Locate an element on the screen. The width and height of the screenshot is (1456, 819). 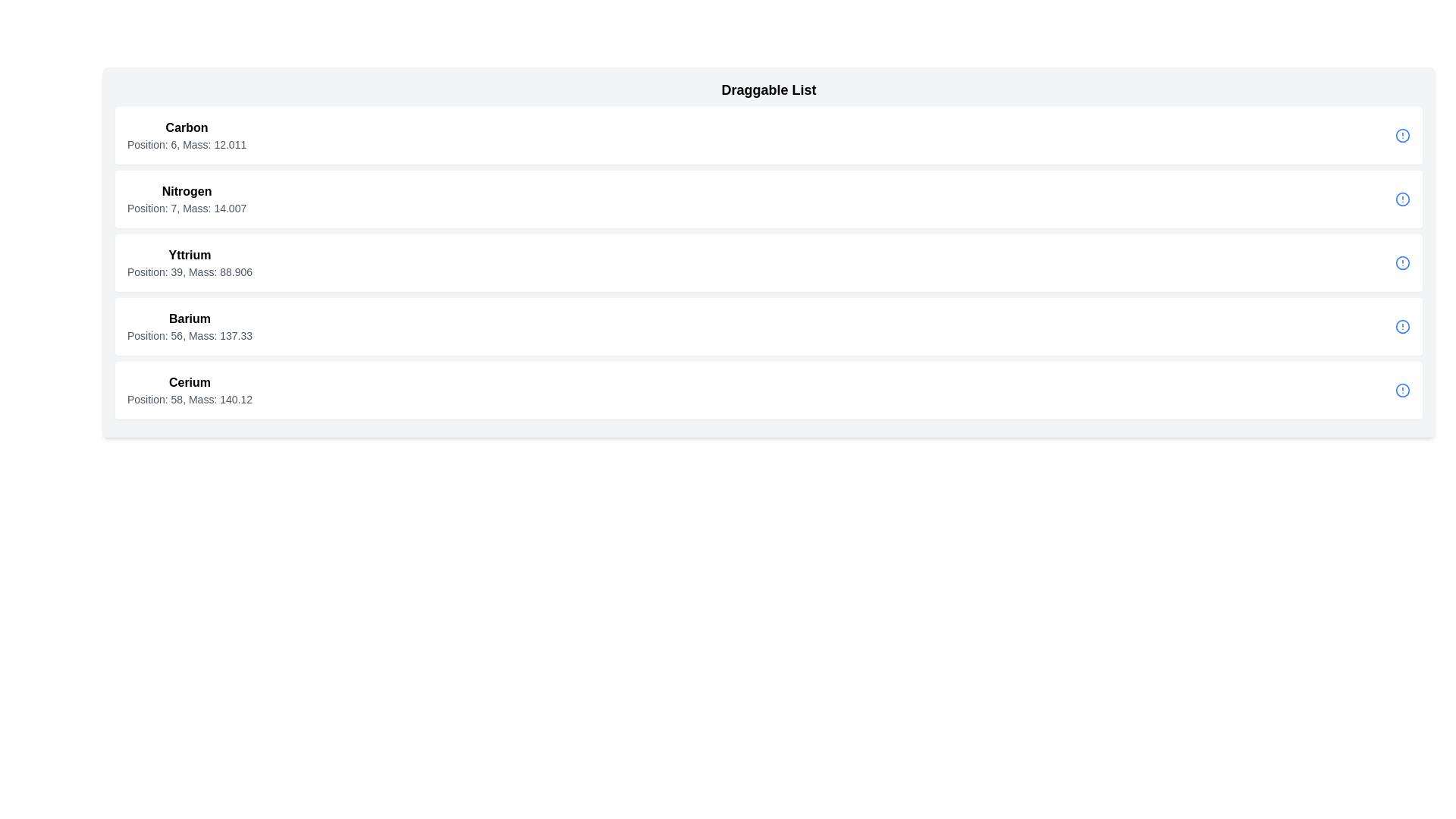
text label identifying 'Barium', which serves as the primary label in the list of chemical elements is located at coordinates (189, 318).